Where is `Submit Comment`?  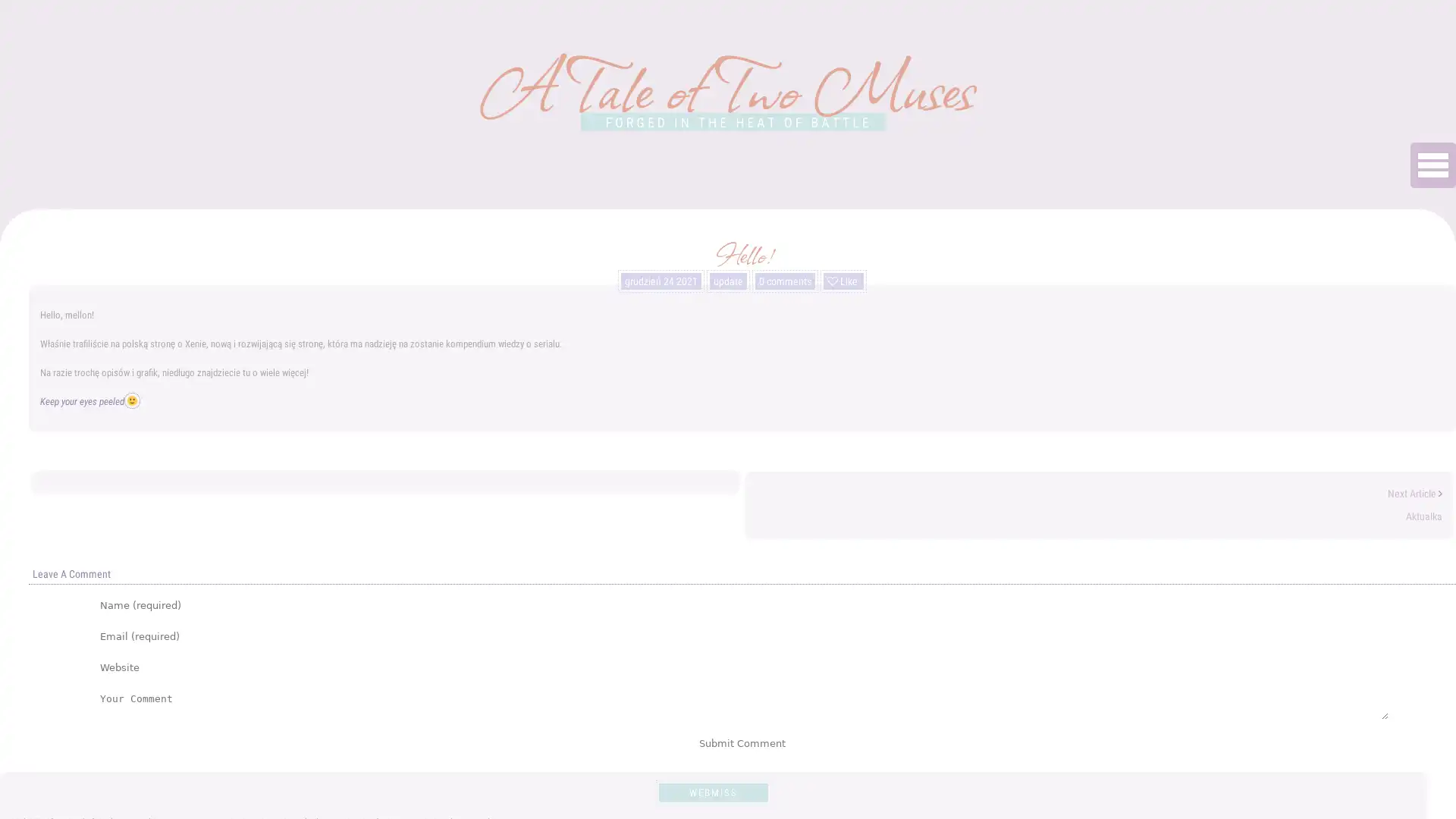
Submit Comment is located at coordinates (742, 742).